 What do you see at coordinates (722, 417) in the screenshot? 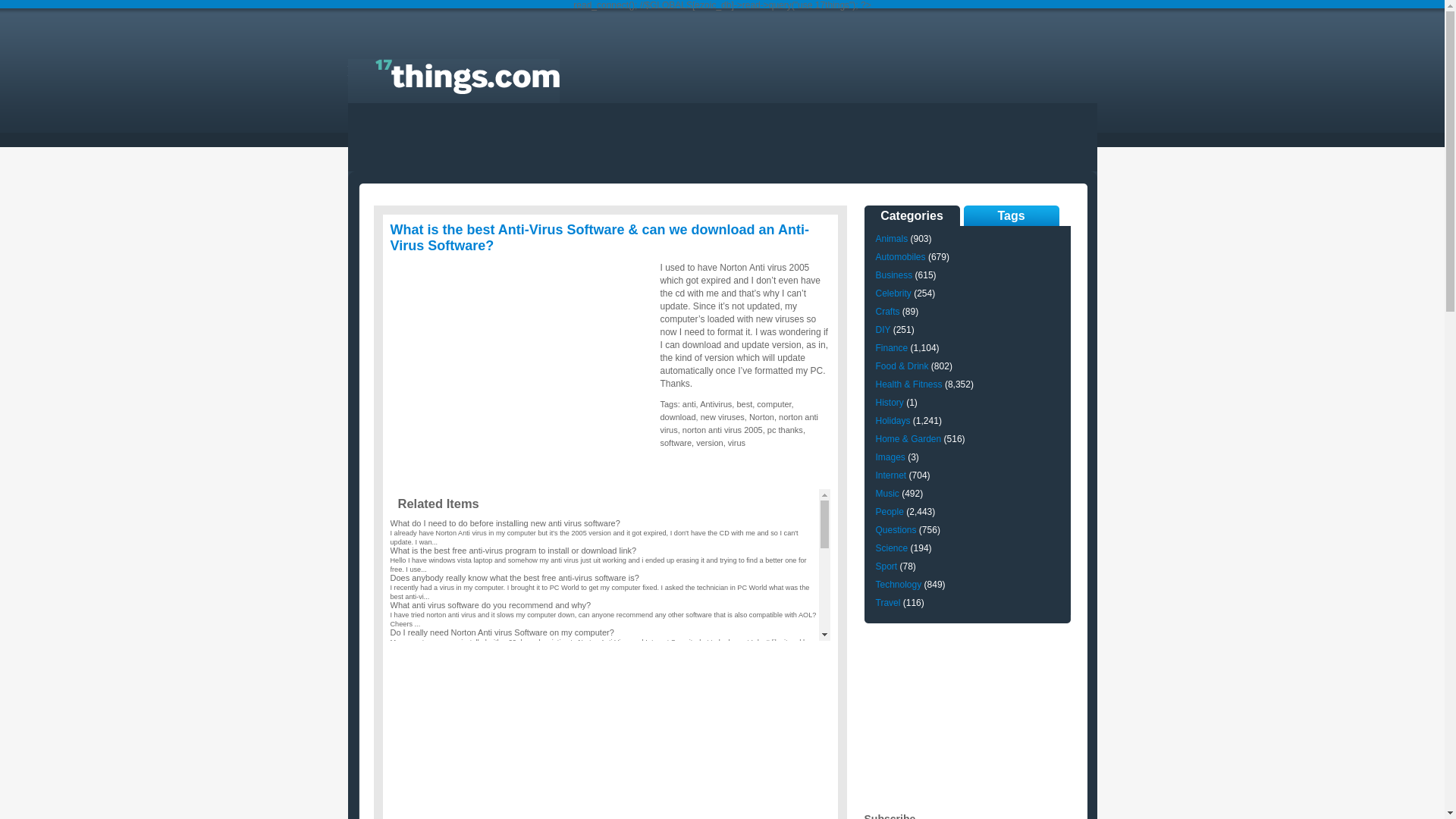
I see `'new viruses'` at bounding box center [722, 417].